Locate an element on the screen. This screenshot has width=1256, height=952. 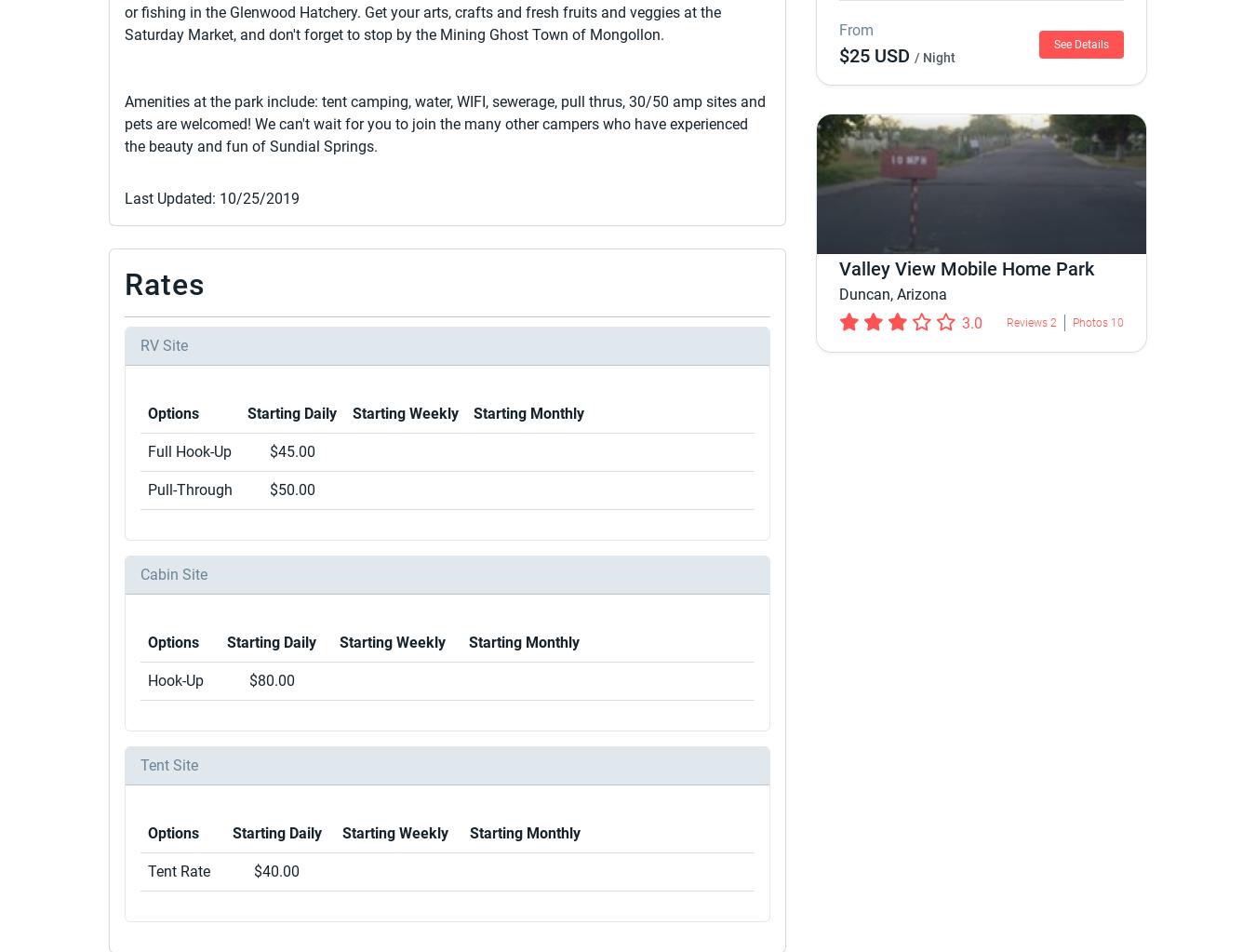
'Blog' is located at coordinates (972, 747).